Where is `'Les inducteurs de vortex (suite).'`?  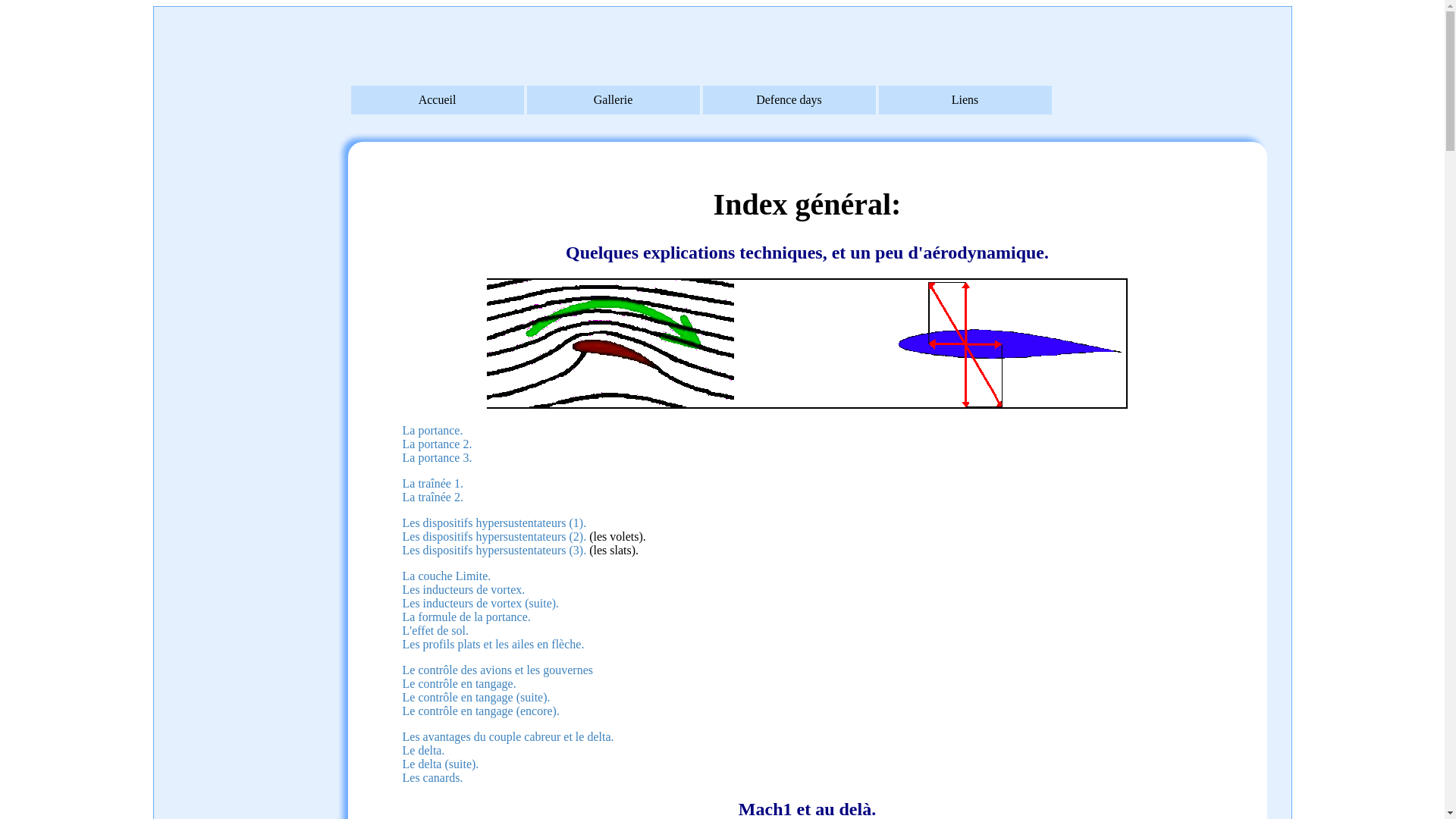 'Les inducteurs de vortex (suite).' is located at coordinates (479, 601).